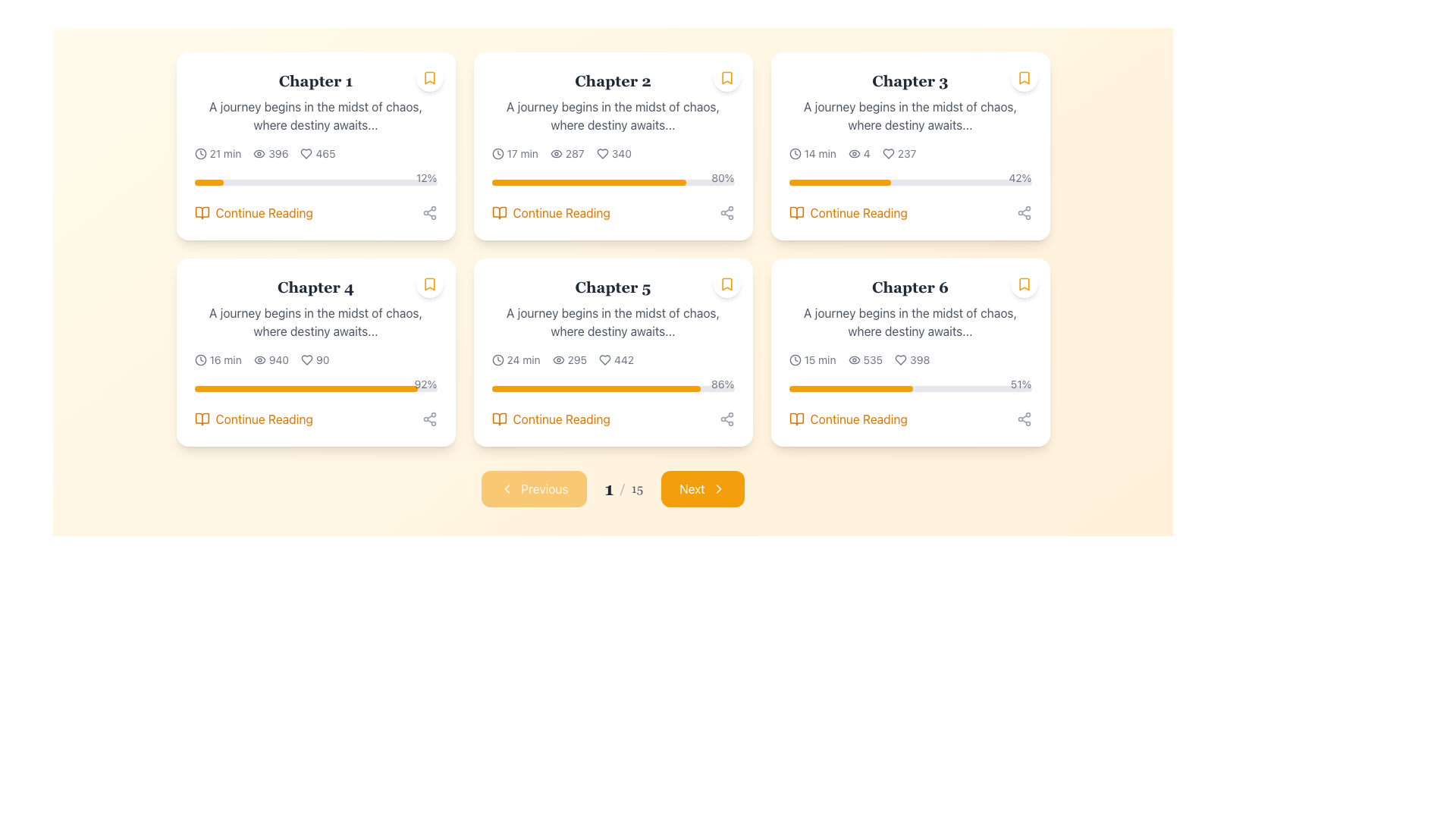 This screenshot has width=1456, height=819. Describe the element at coordinates (637, 488) in the screenshot. I see `the text label indicating the total number of pages in the pagination display, located at the bottom center of the layout` at that location.